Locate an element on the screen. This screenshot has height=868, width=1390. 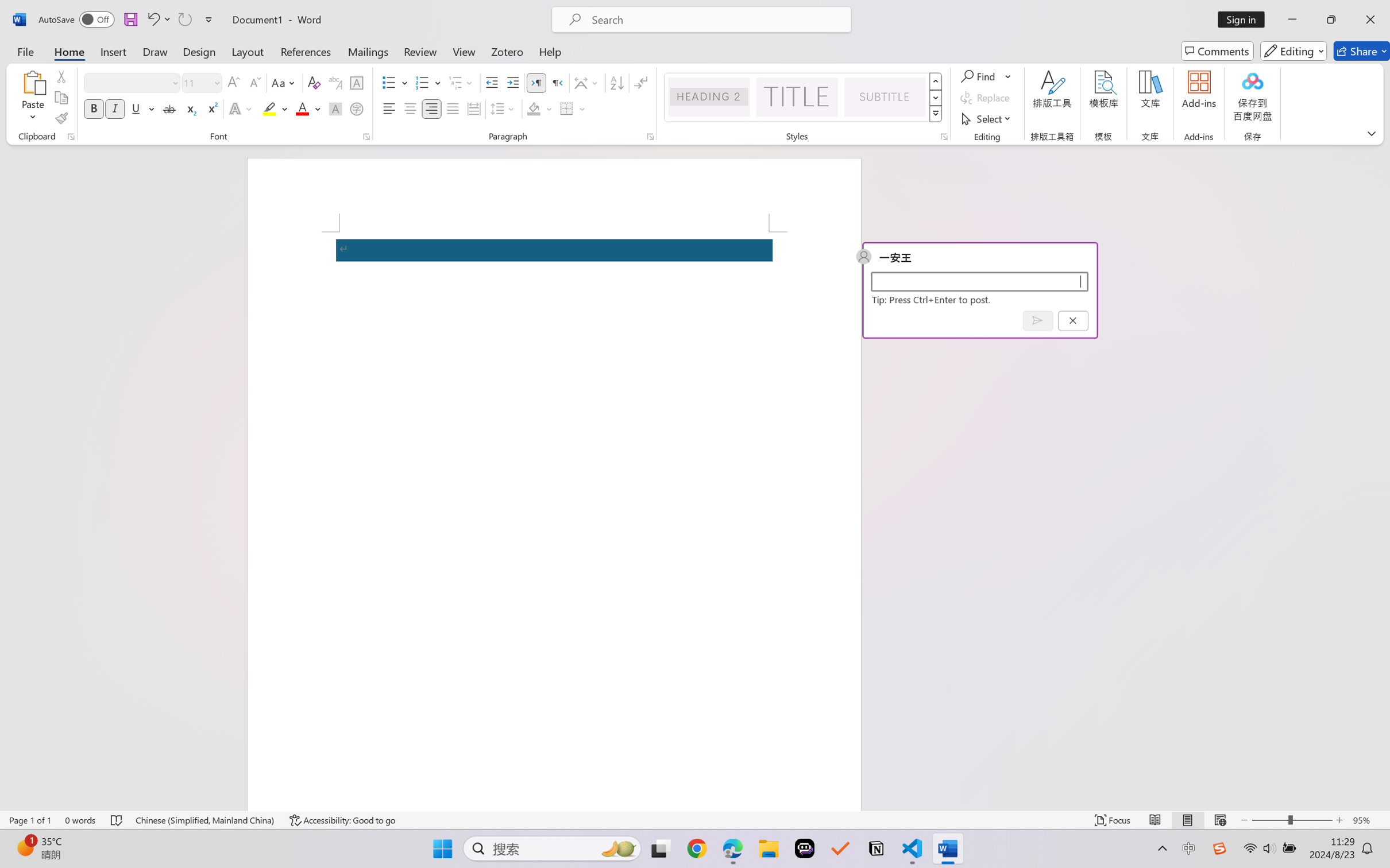
'Start a conversation' is located at coordinates (978, 281).